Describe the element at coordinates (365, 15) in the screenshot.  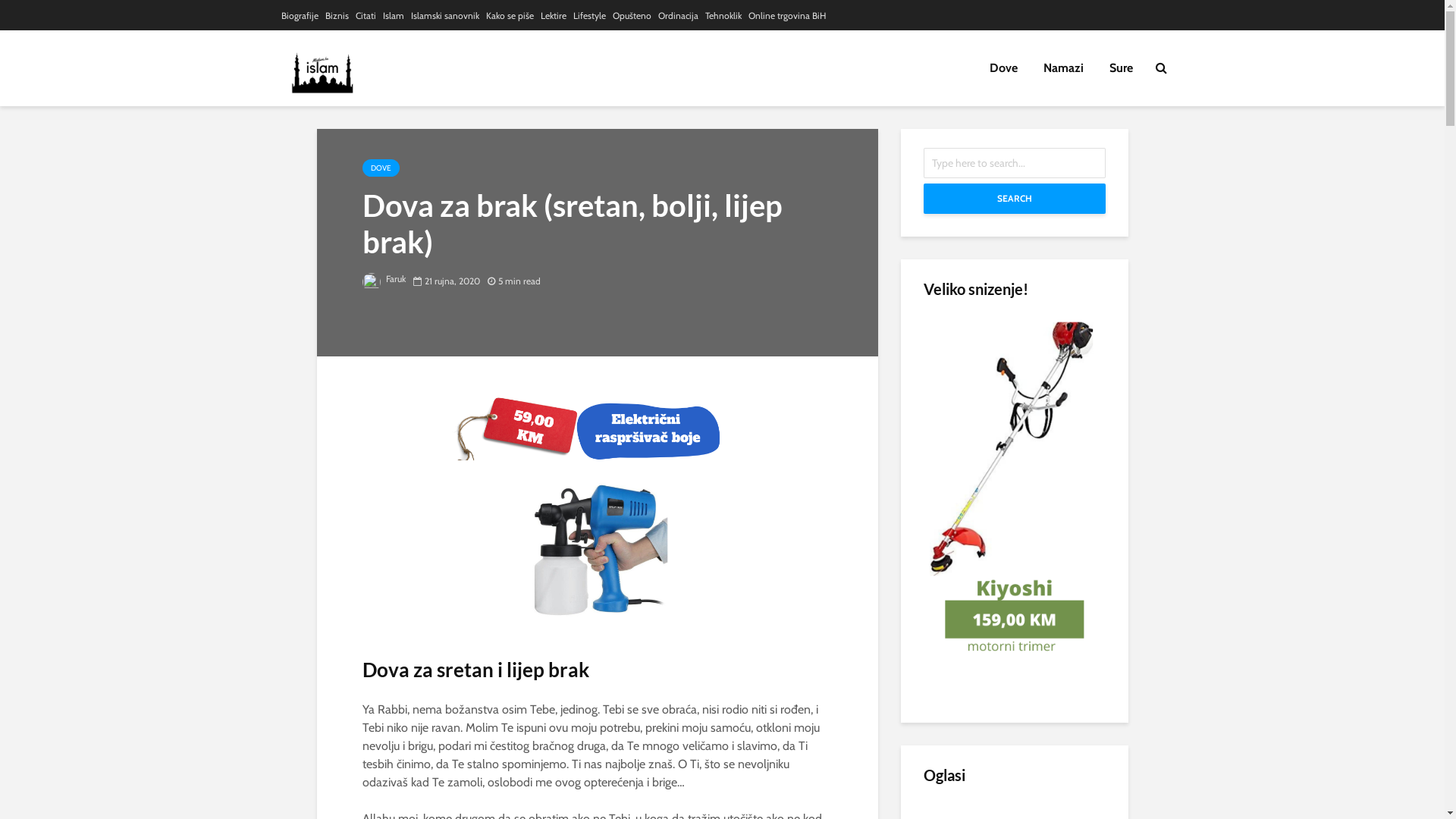
I see `'Citati'` at that location.